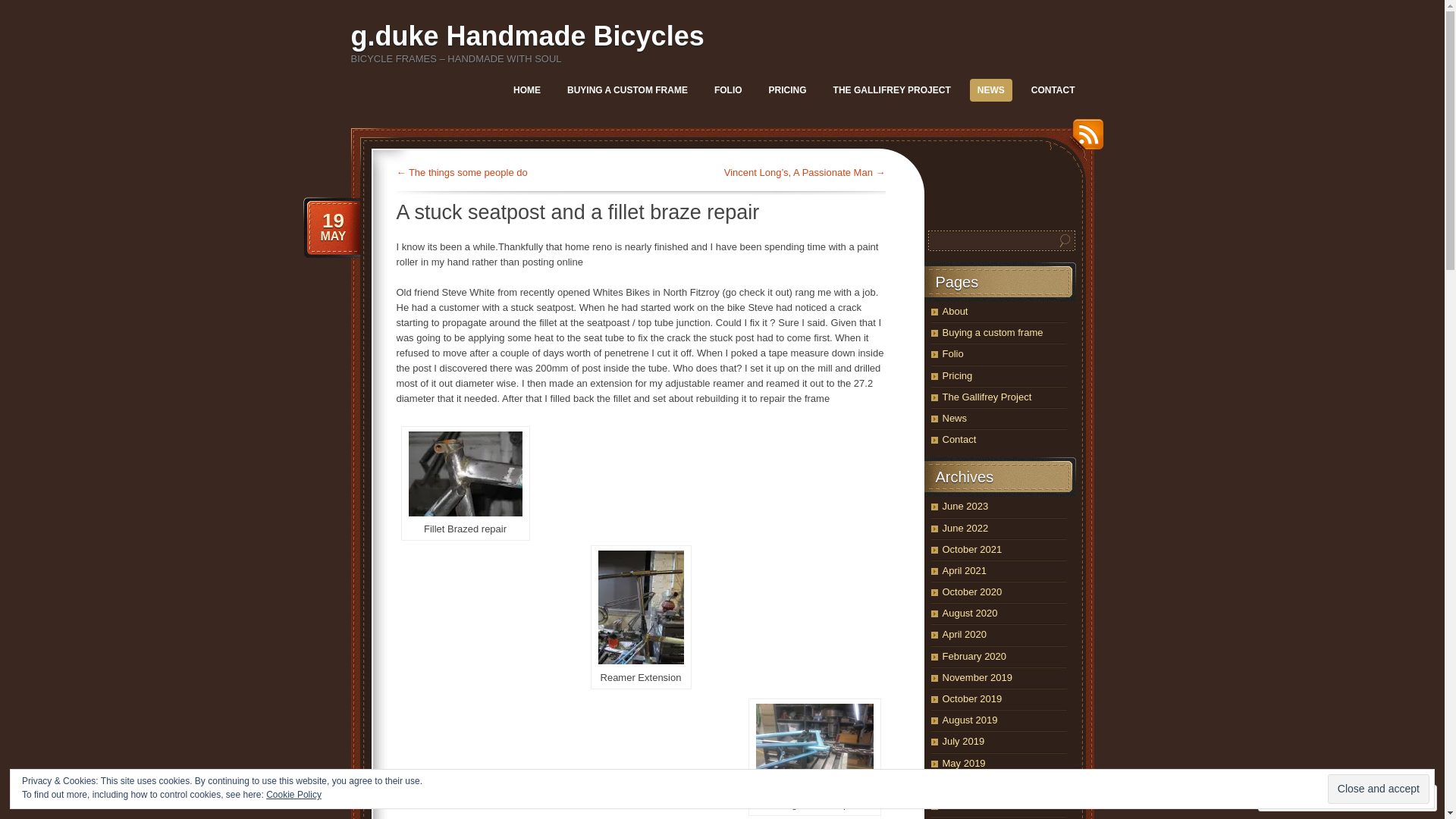 The image size is (1456, 819). I want to click on 'July 2019', so click(962, 740).